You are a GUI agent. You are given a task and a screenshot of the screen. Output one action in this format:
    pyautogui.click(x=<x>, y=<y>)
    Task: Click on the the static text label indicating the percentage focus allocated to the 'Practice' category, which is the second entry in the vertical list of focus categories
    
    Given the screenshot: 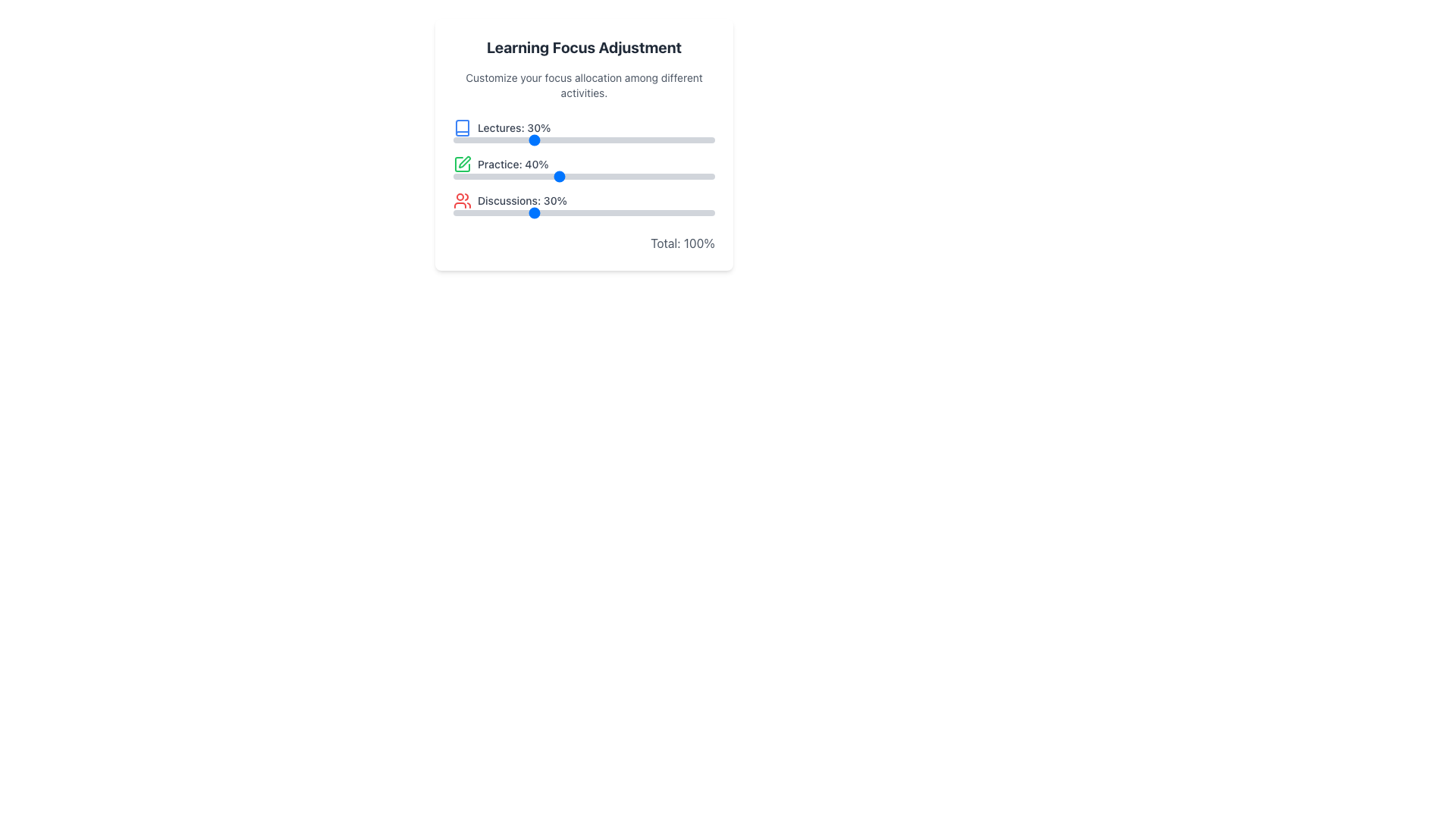 What is the action you would take?
    pyautogui.click(x=513, y=164)
    